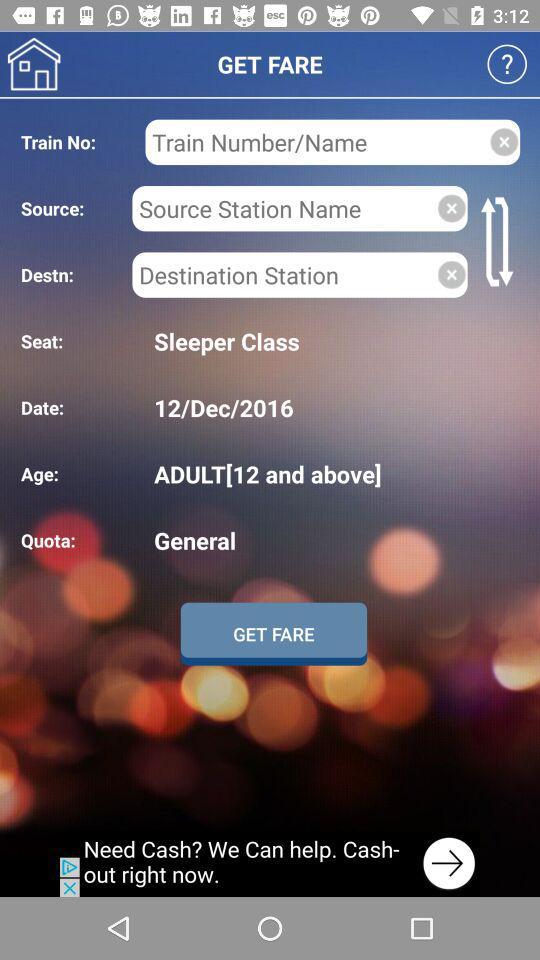 Image resolution: width=540 pixels, height=960 pixels. Describe the element at coordinates (33, 64) in the screenshot. I see `home button` at that location.